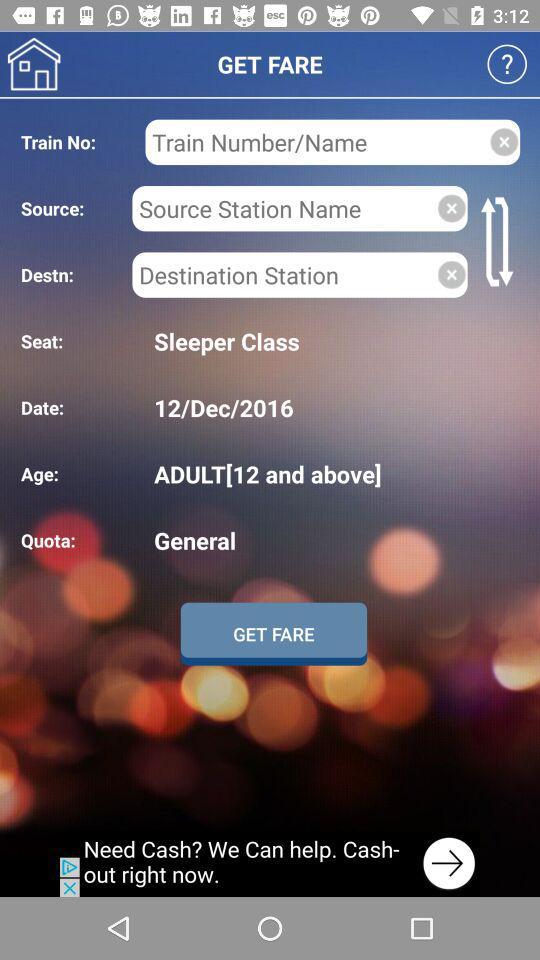 Image resolution: width=540 pixels, height=960 pixels. Describe the element at coordinates (33, 64) in the screenshot. I see `home button` at that location.